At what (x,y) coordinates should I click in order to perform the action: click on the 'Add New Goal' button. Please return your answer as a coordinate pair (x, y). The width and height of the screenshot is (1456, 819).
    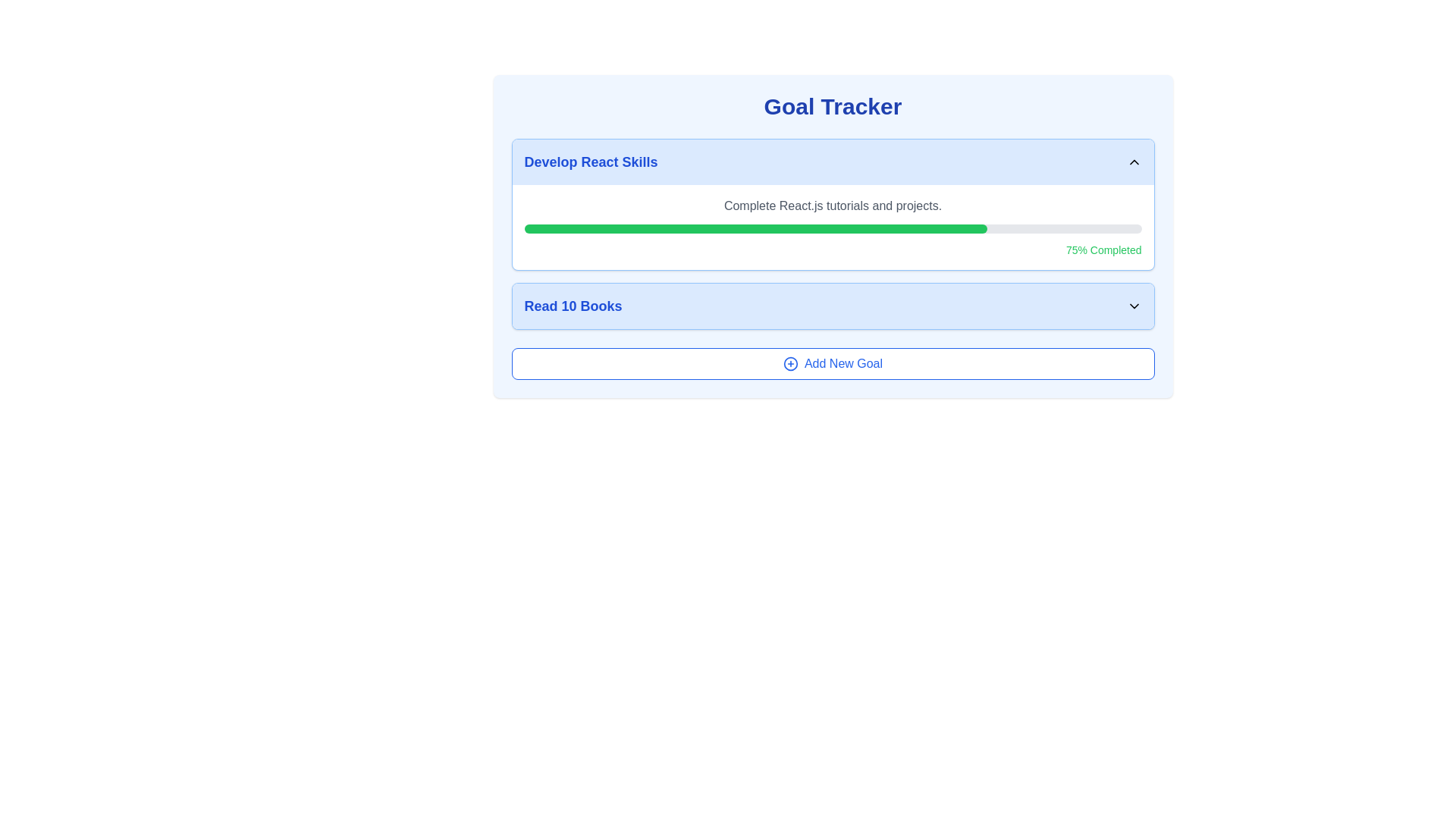
    Looking at the image, I should click on (832, 363).